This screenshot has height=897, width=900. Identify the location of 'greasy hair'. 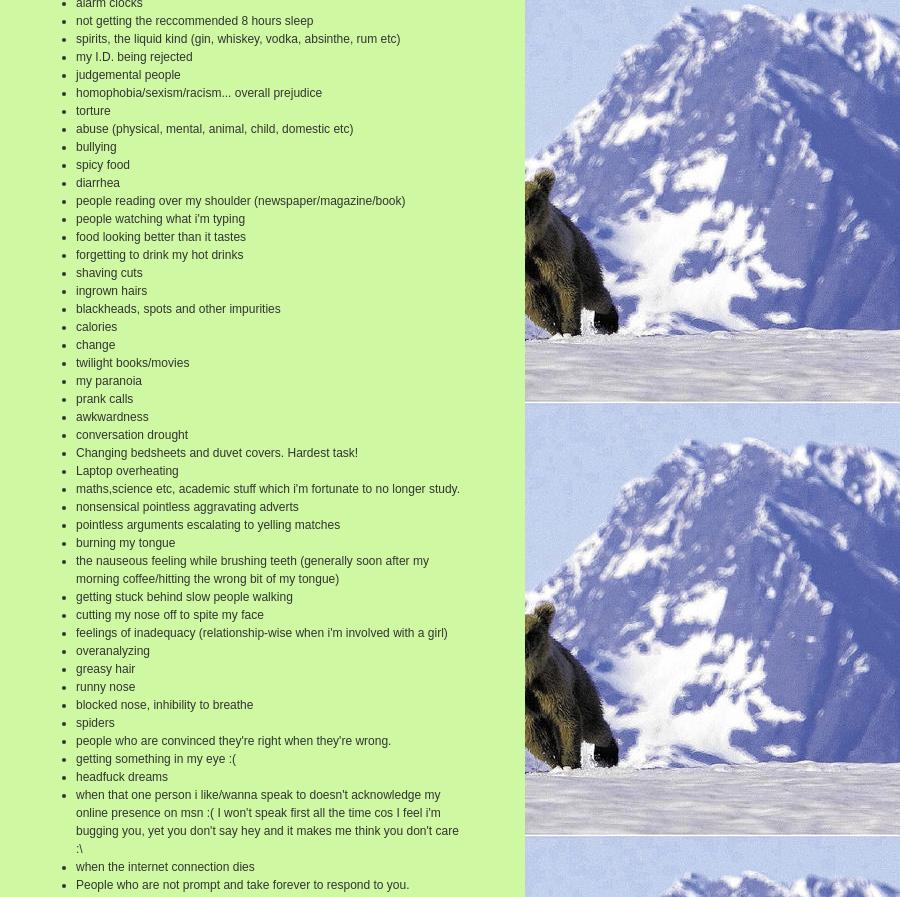
(104, 668).